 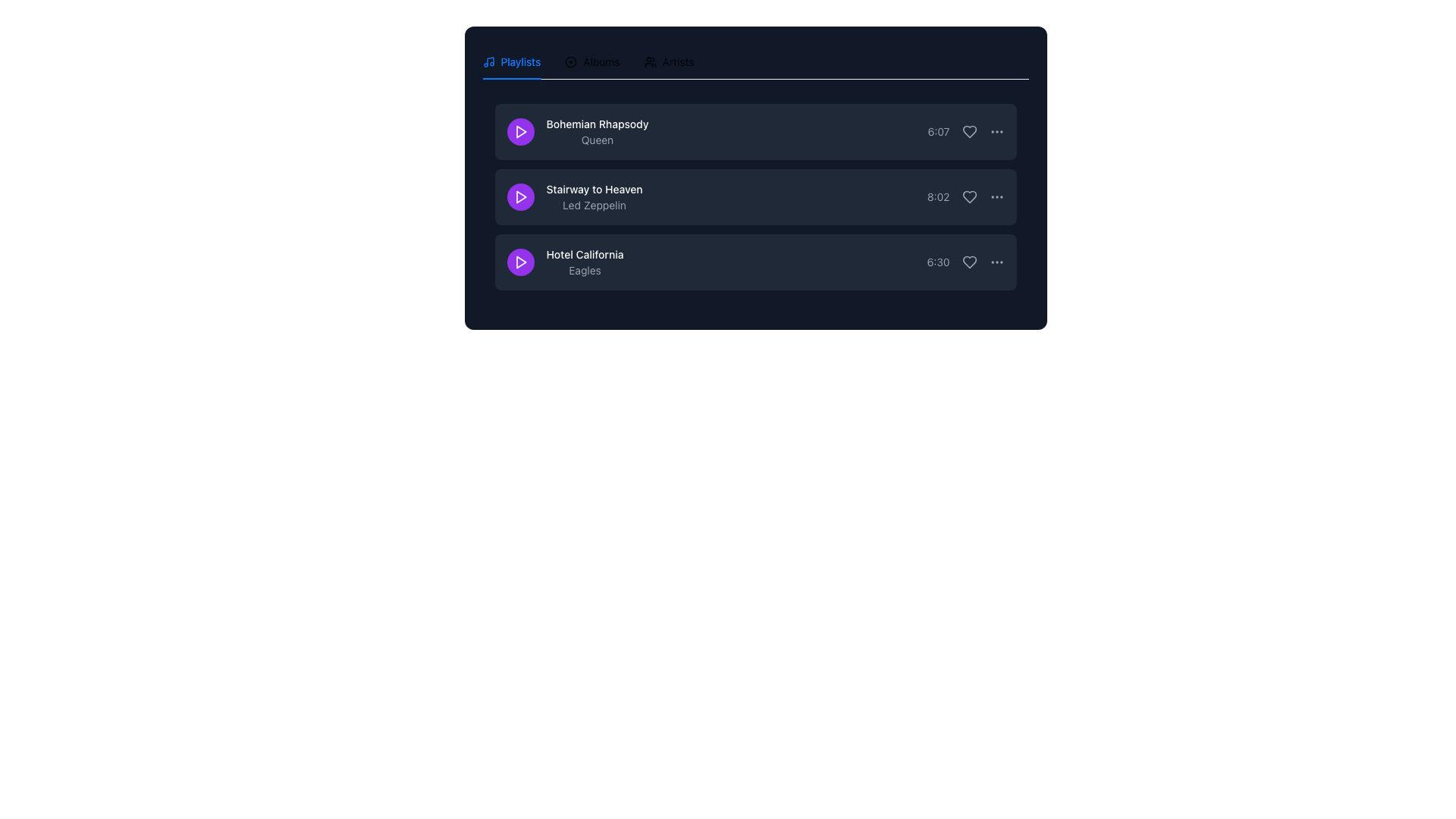 I want to click on text label displaying 'Eagles' which is positioned below the title 'Hotel California', so click(x=584, y=270).